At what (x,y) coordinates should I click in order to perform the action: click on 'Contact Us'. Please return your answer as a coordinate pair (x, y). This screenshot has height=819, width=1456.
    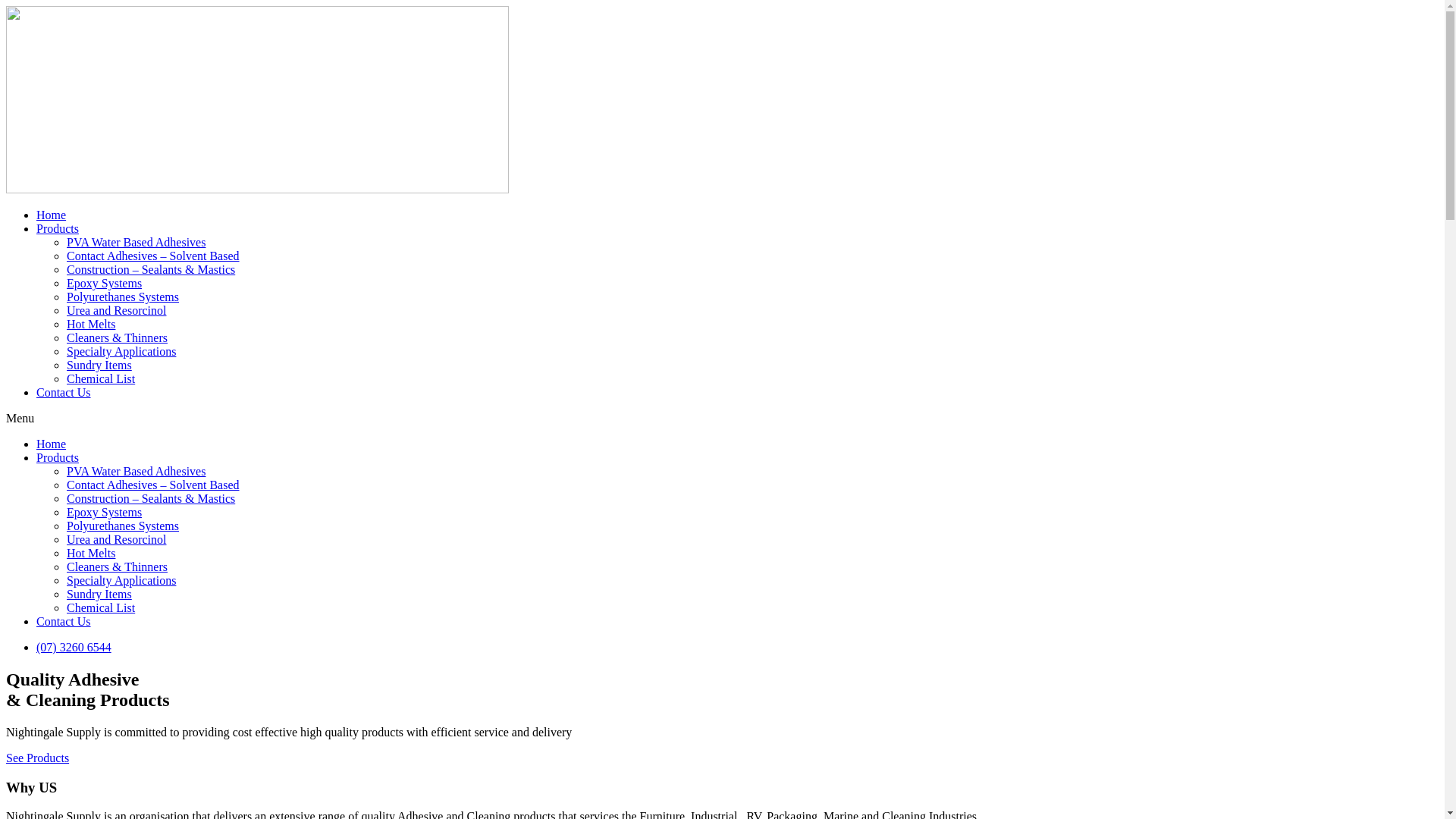
    Looking at the image, I should click on (36, 621).